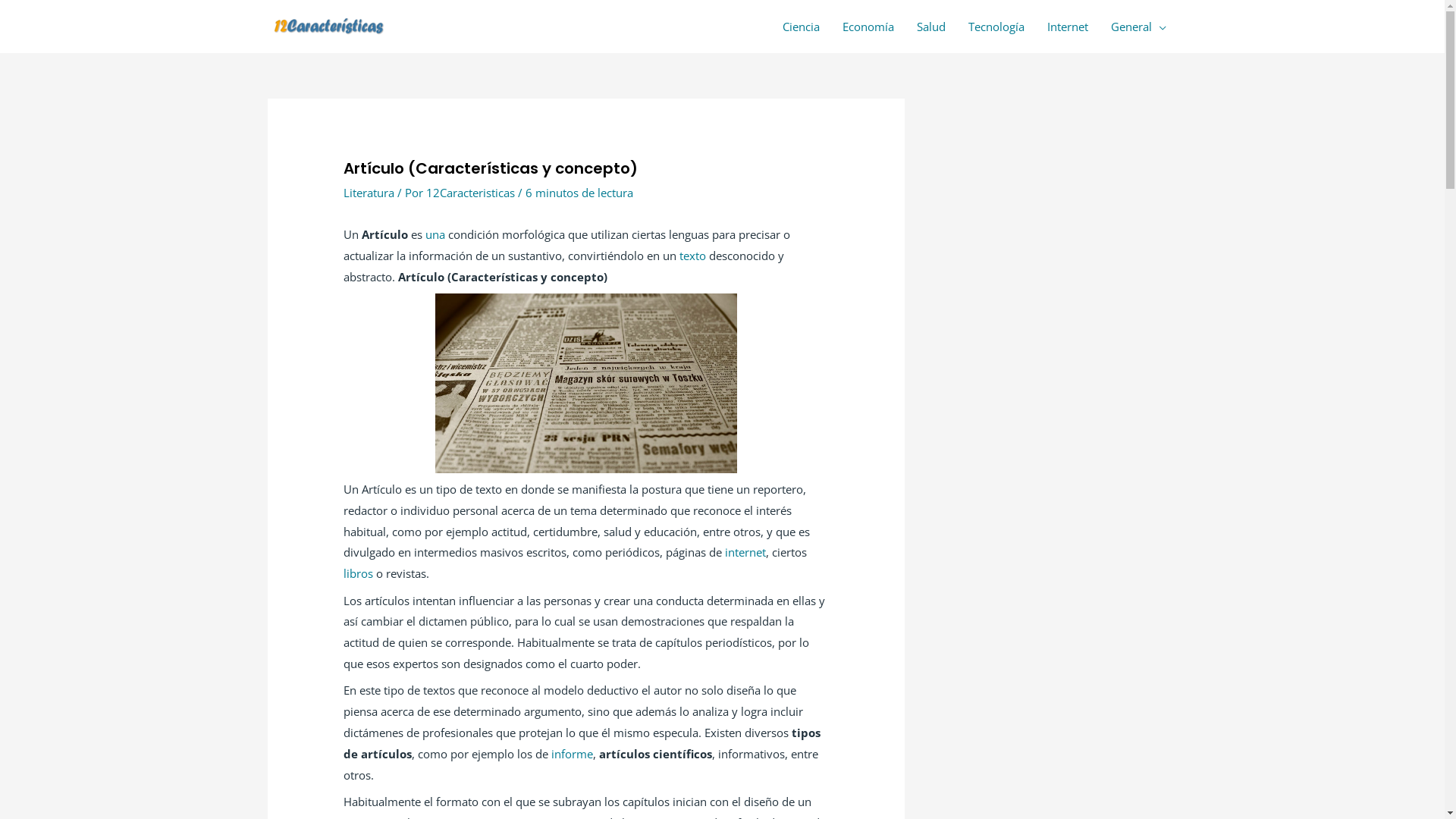 The height and width of the screenshot is (819, 1456). I want to click on 'informe', so click(571, 754).